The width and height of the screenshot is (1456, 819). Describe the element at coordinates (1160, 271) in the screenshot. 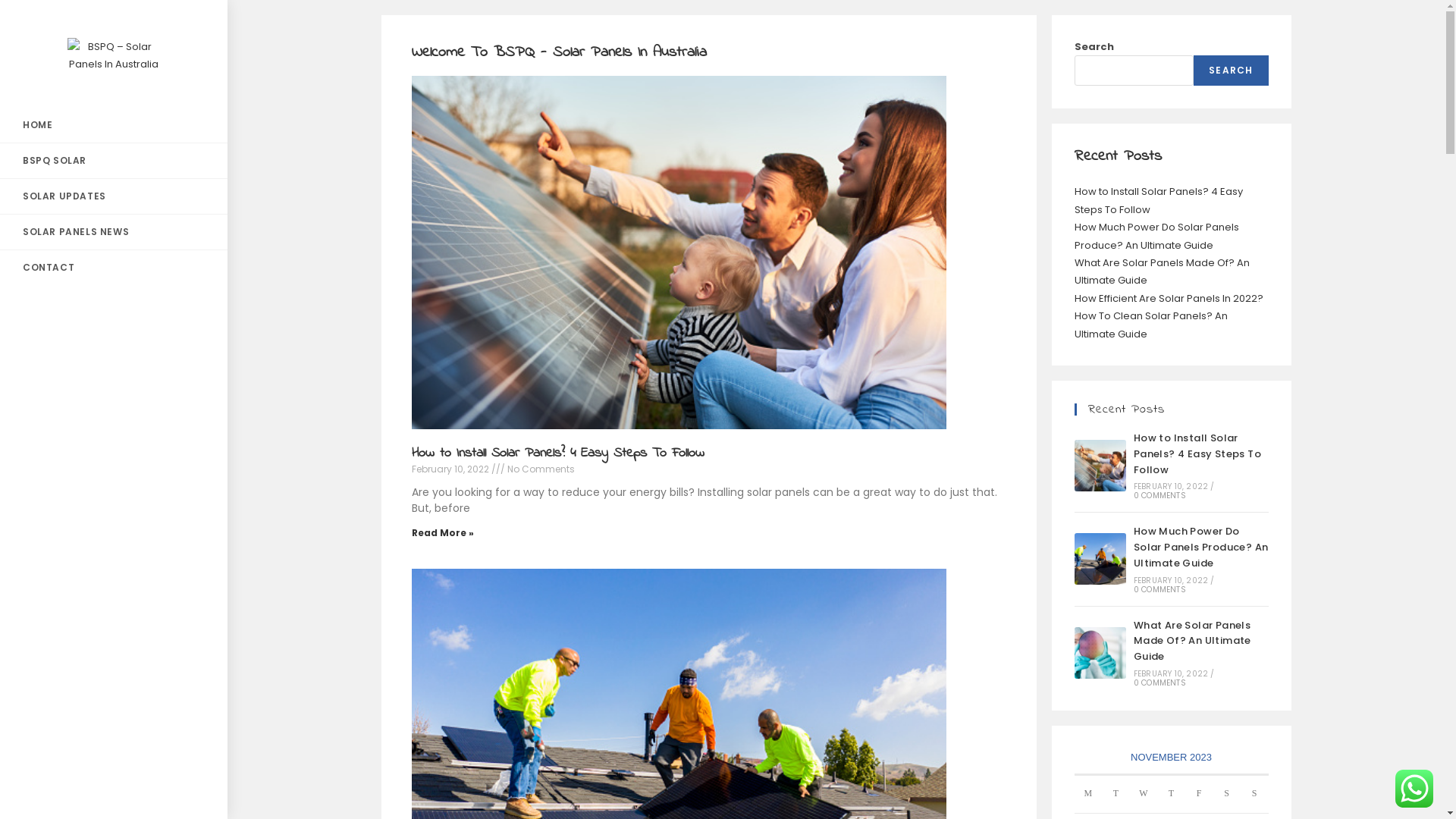

I see `'What Are Solar Panels Made Of? An Ultimate Guide'` at that location.